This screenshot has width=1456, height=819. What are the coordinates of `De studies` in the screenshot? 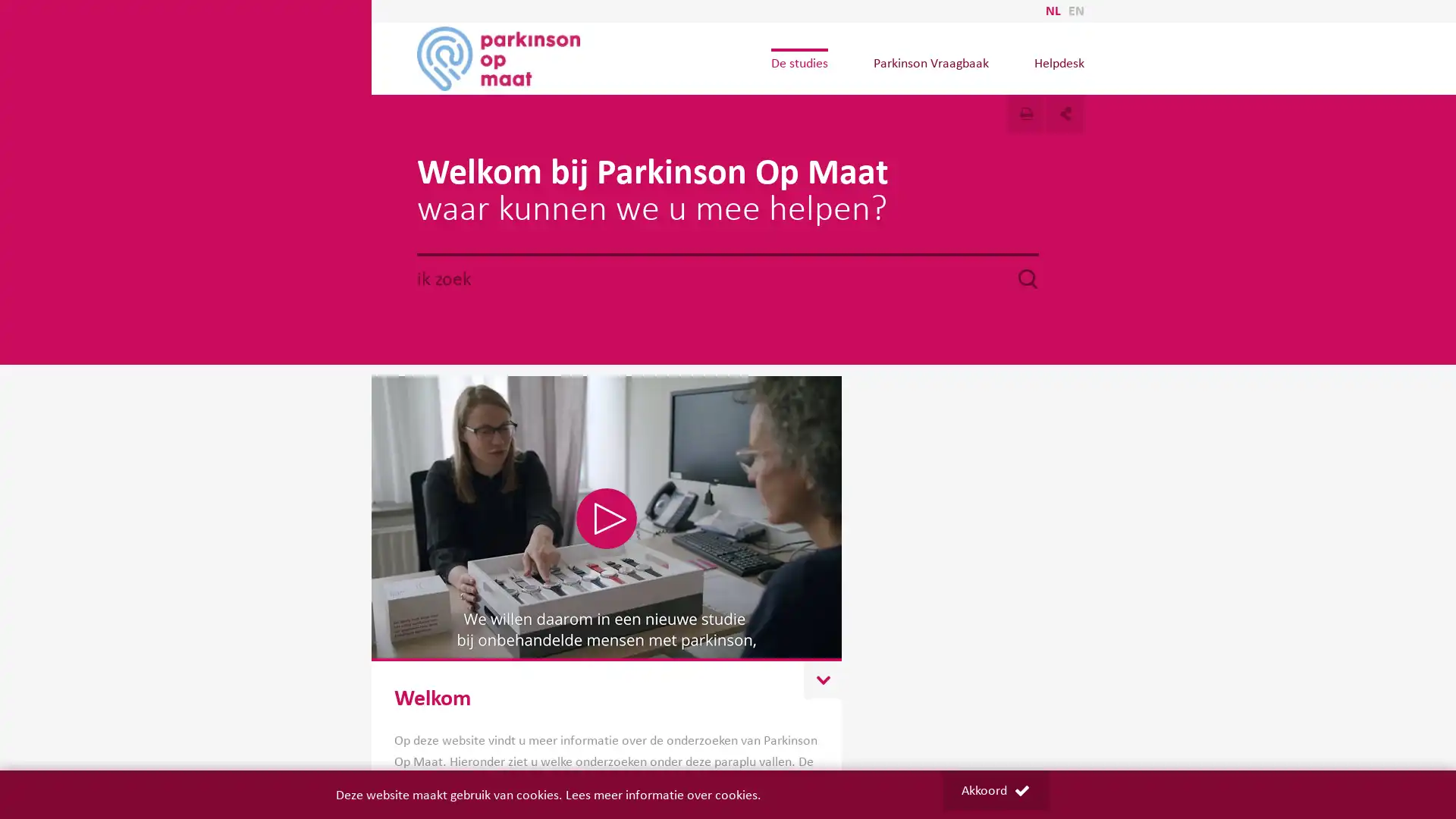 It's located at (798, 62).